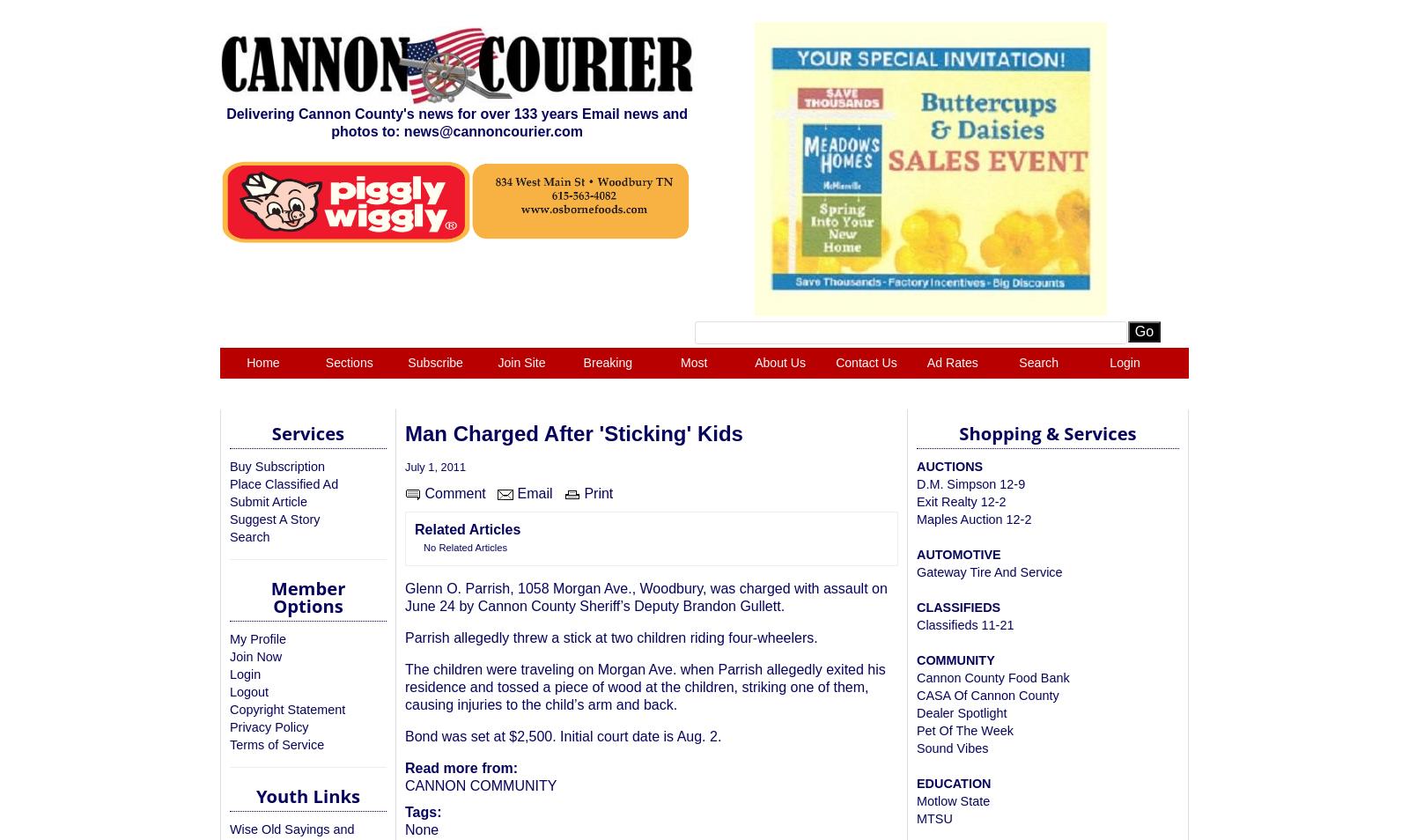  I want to click on 'AUTOMOTIVE', so click(958, 554).